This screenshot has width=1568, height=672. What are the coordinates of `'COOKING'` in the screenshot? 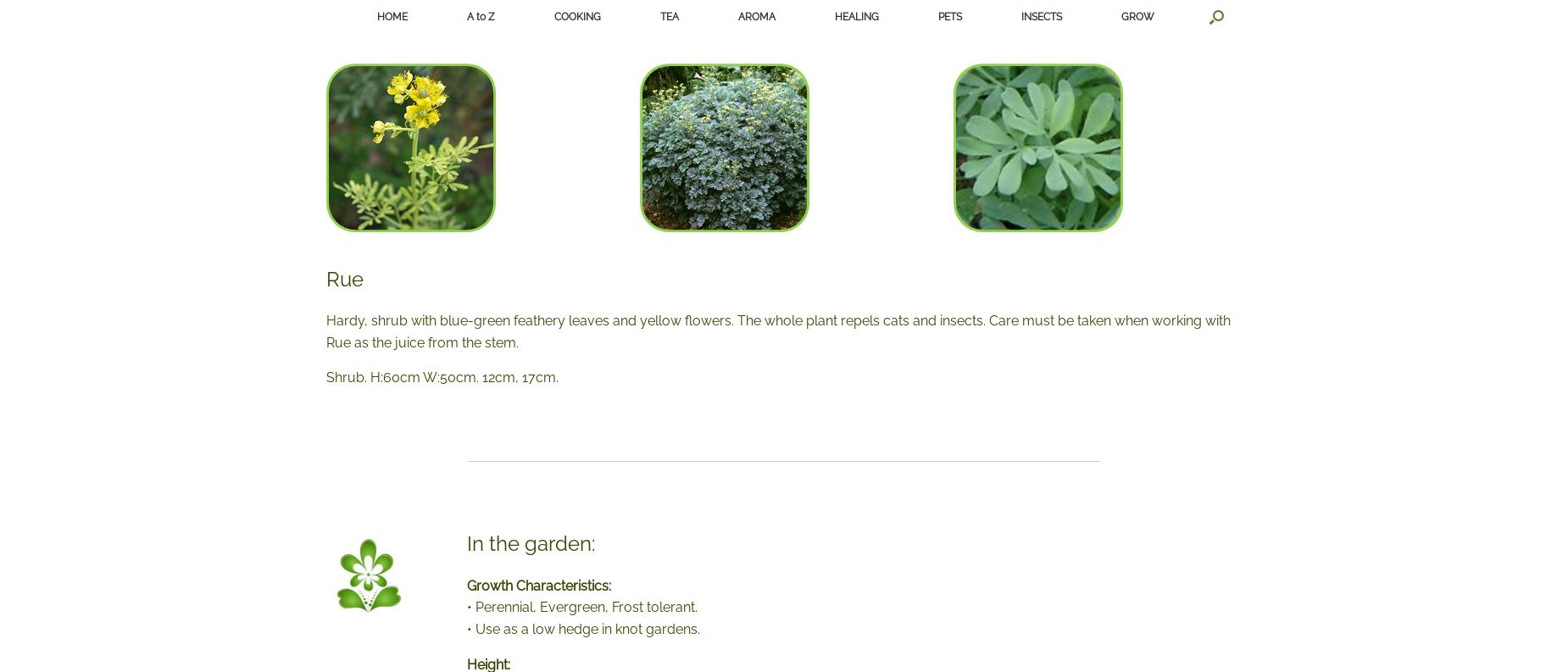 It's located at (576, 15).